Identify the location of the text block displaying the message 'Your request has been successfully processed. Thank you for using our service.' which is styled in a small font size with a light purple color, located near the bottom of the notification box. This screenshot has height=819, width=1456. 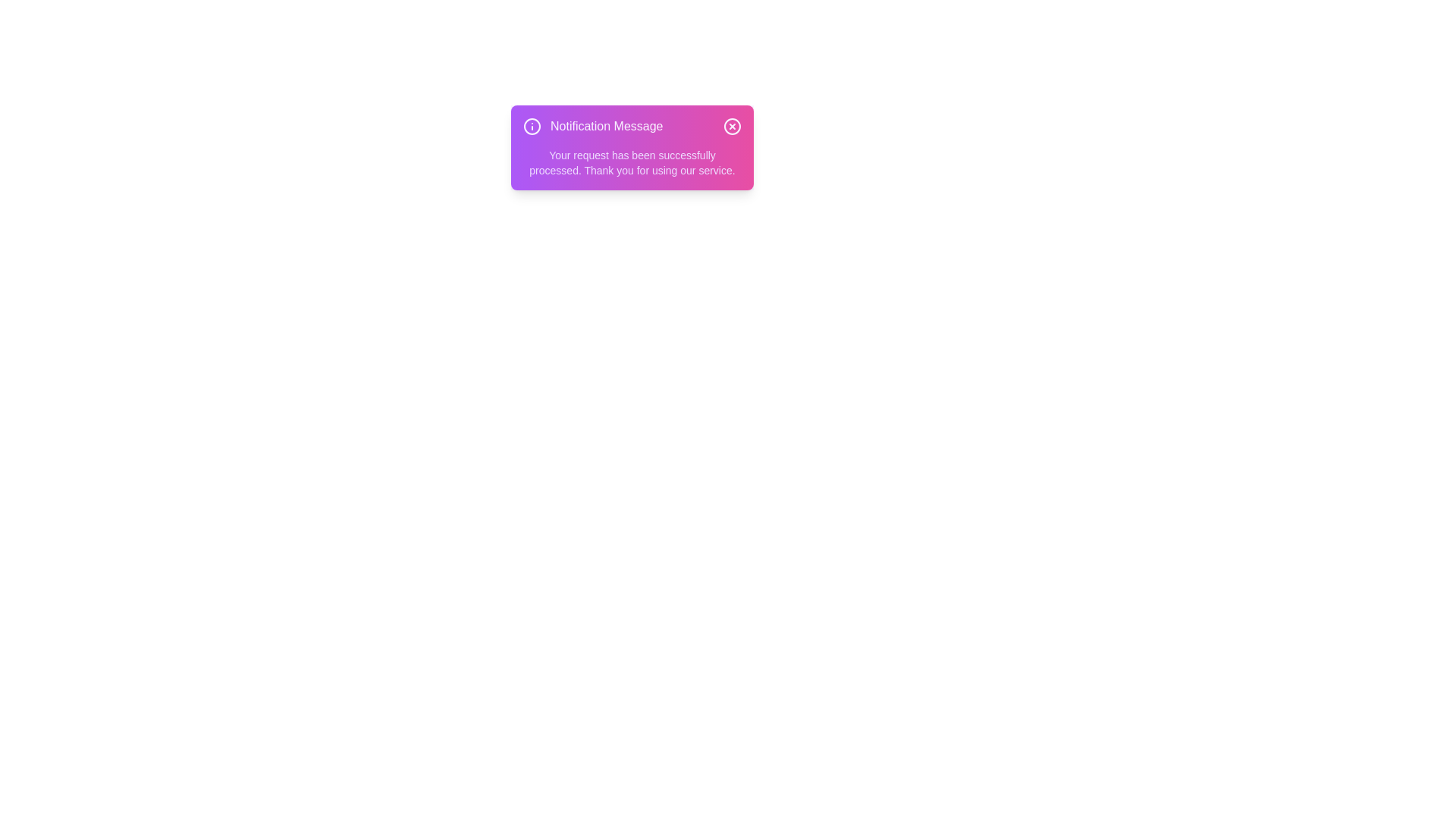
(632, 163).